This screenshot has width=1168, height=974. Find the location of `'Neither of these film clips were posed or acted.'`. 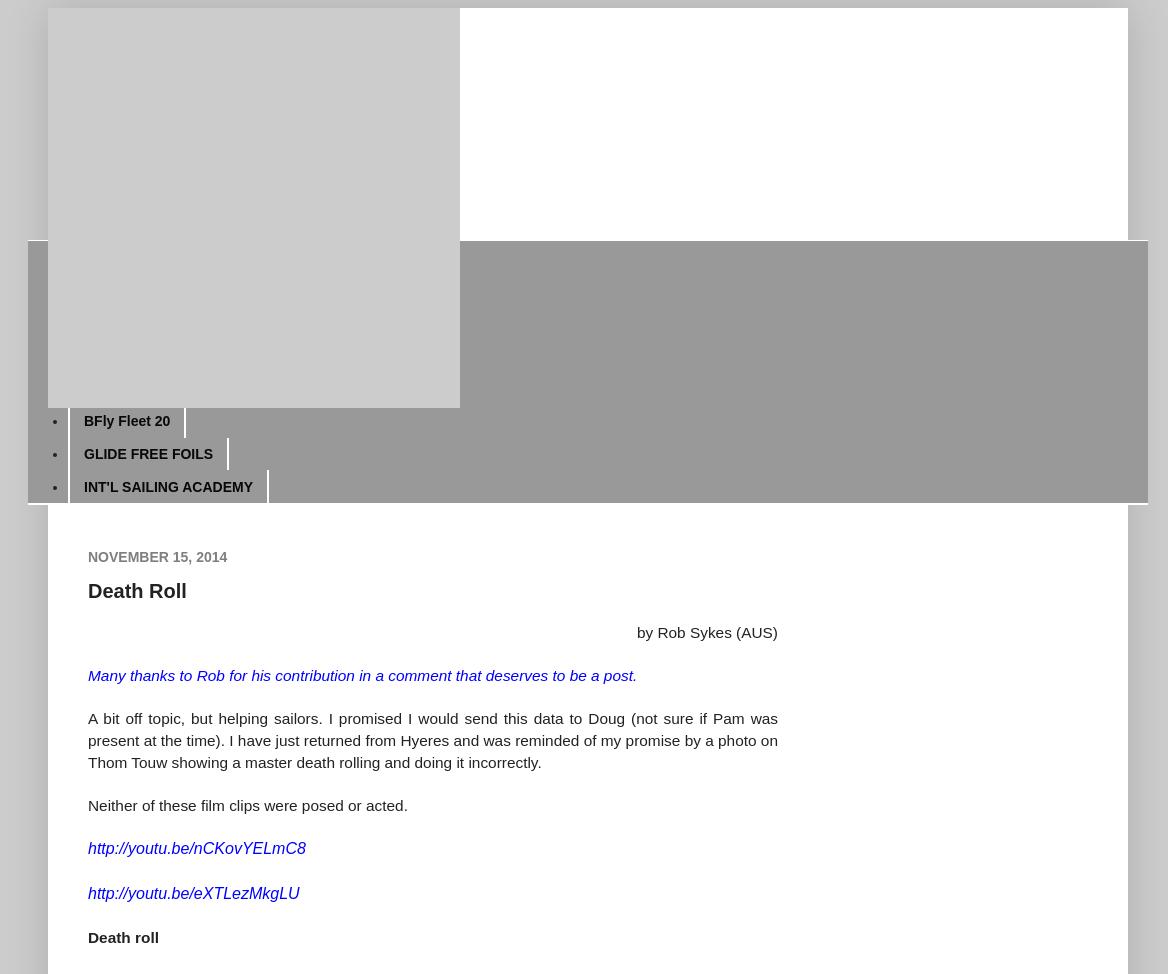

'Neither of these film clips were posed or acted.' is located at coordinates (86, 803).